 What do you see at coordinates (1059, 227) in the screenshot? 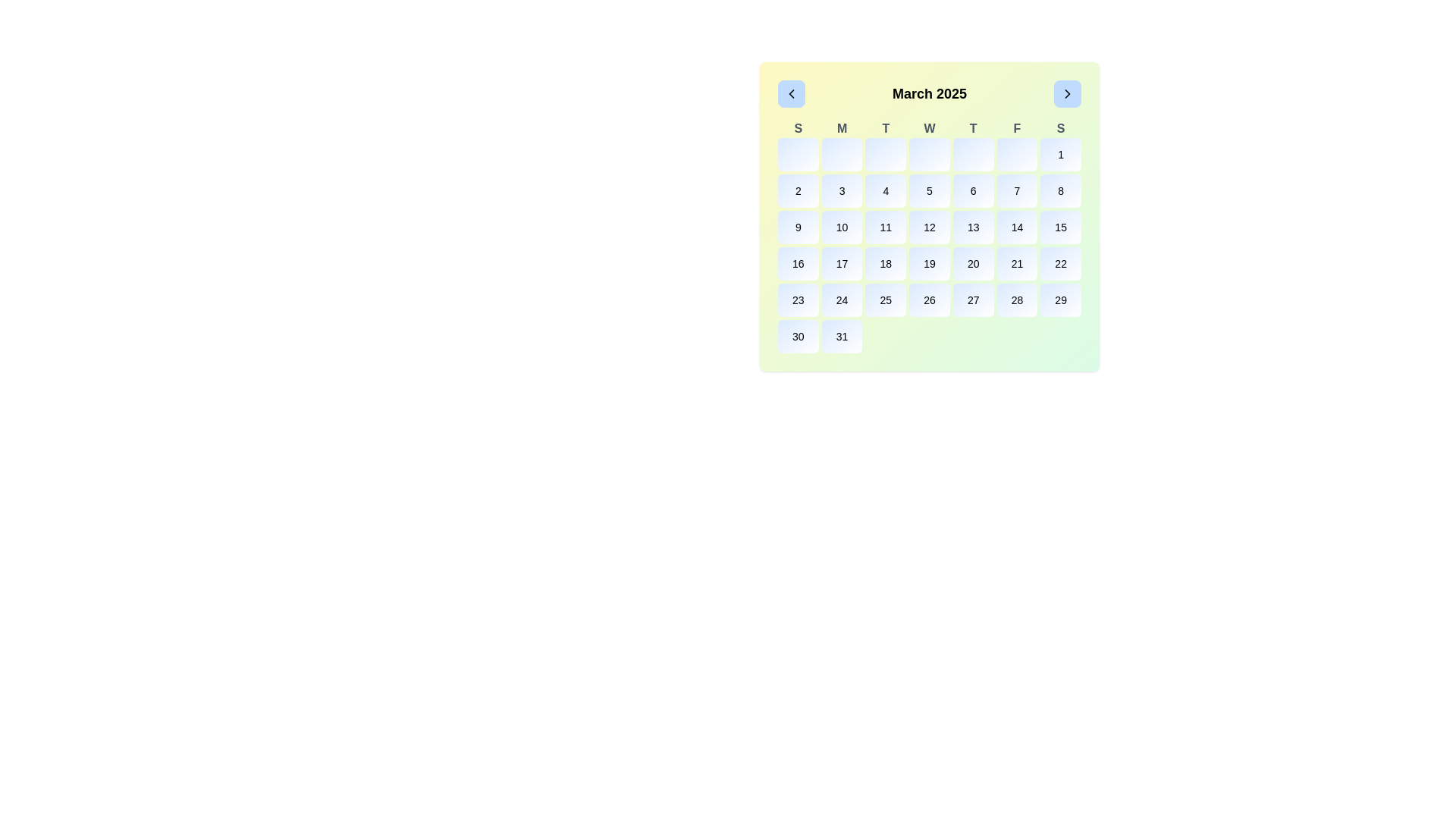
I see `the button labeled '15' in the monthly calendar view` at bounding box center [1059, 227].